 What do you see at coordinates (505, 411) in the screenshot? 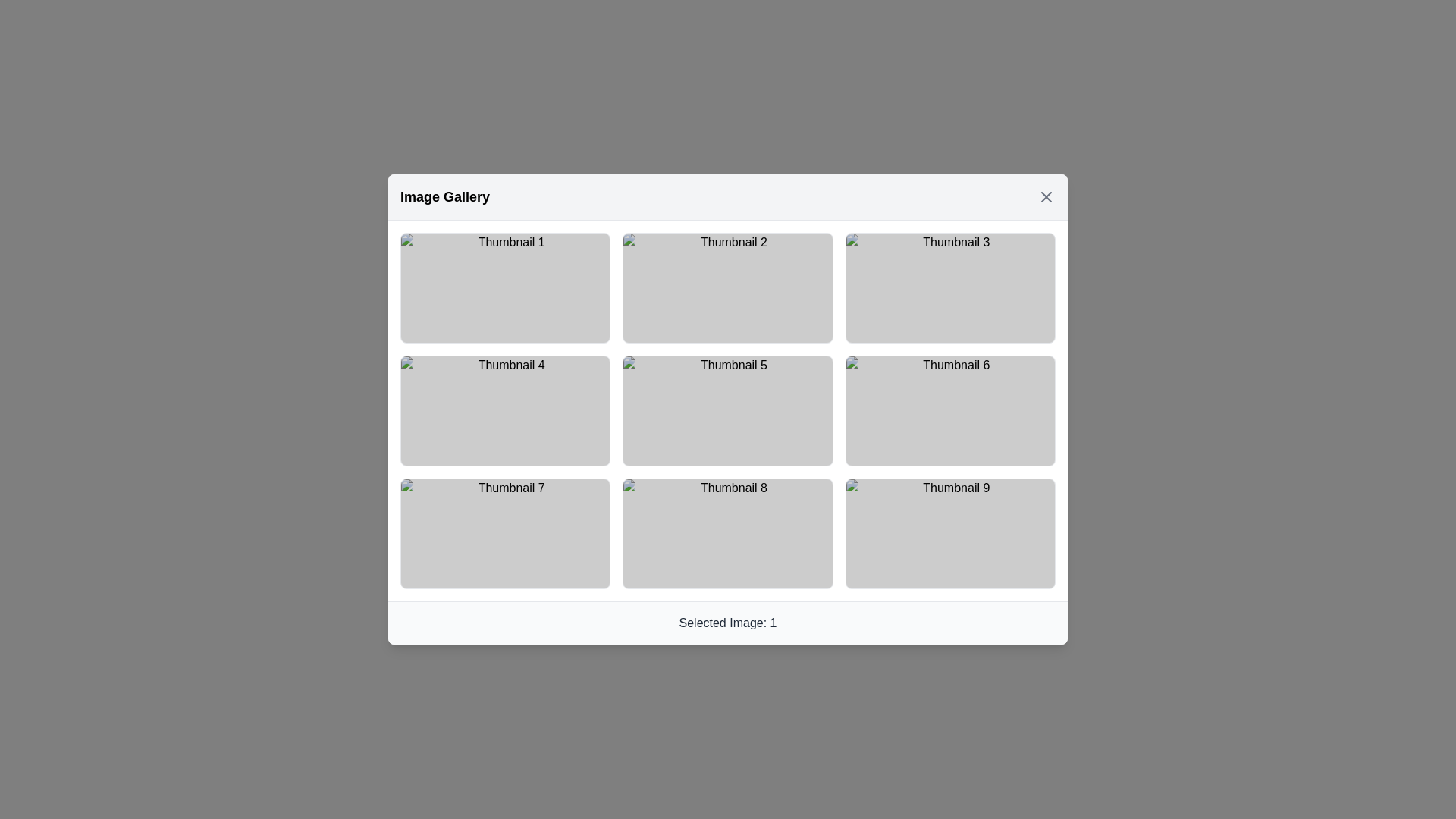
I see `the 'Thumbnail 4' placeholder element` at bounding box center [505, 411].